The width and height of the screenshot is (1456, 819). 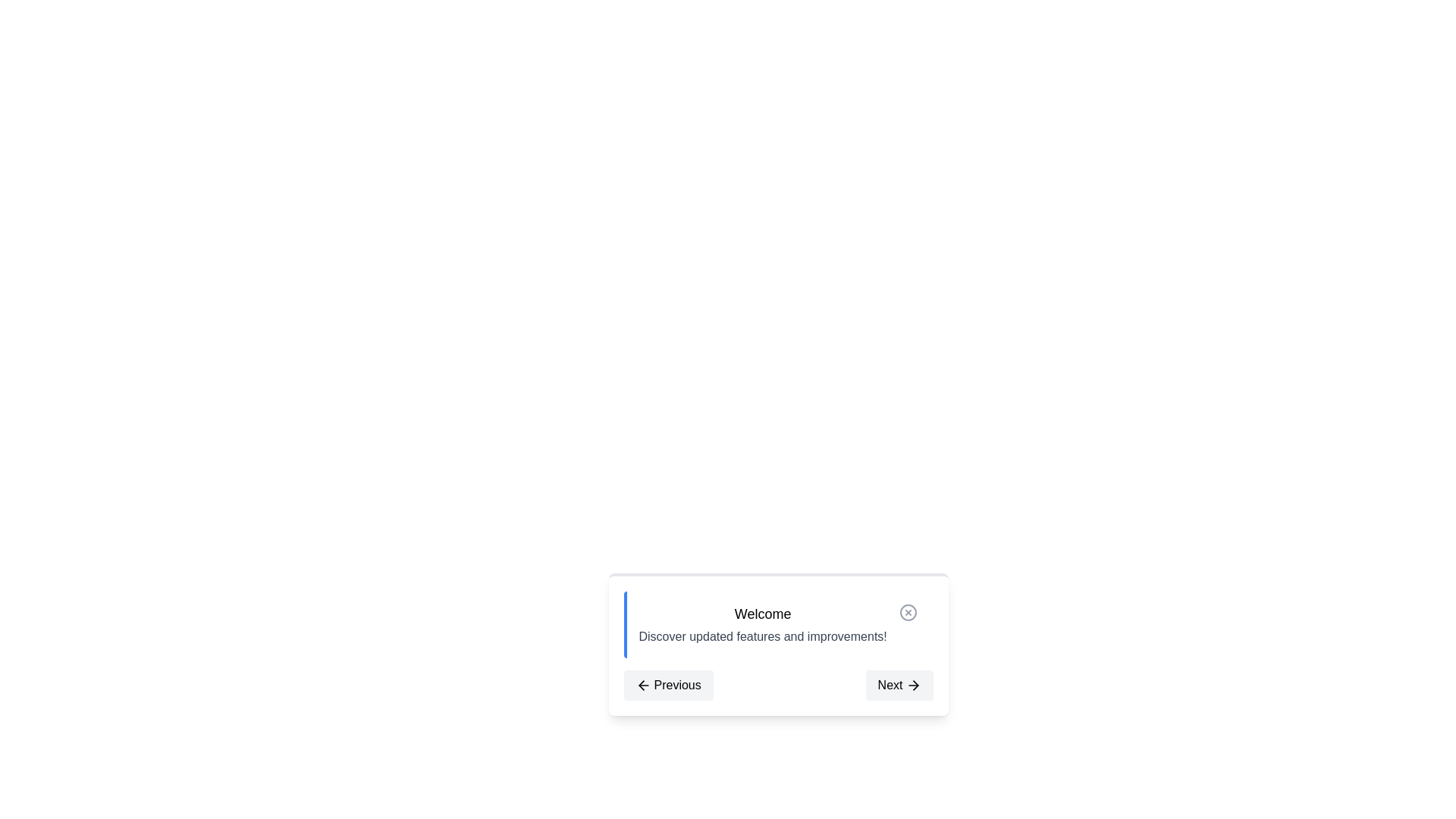 What do you see at coordinates (908, 611) in the screenshot?
I see `the circular close icon with a cross-mark embedded within it, located at the lower center of the interface, adjacent to the 'Welcome' text` at bounding box center [908, 611].